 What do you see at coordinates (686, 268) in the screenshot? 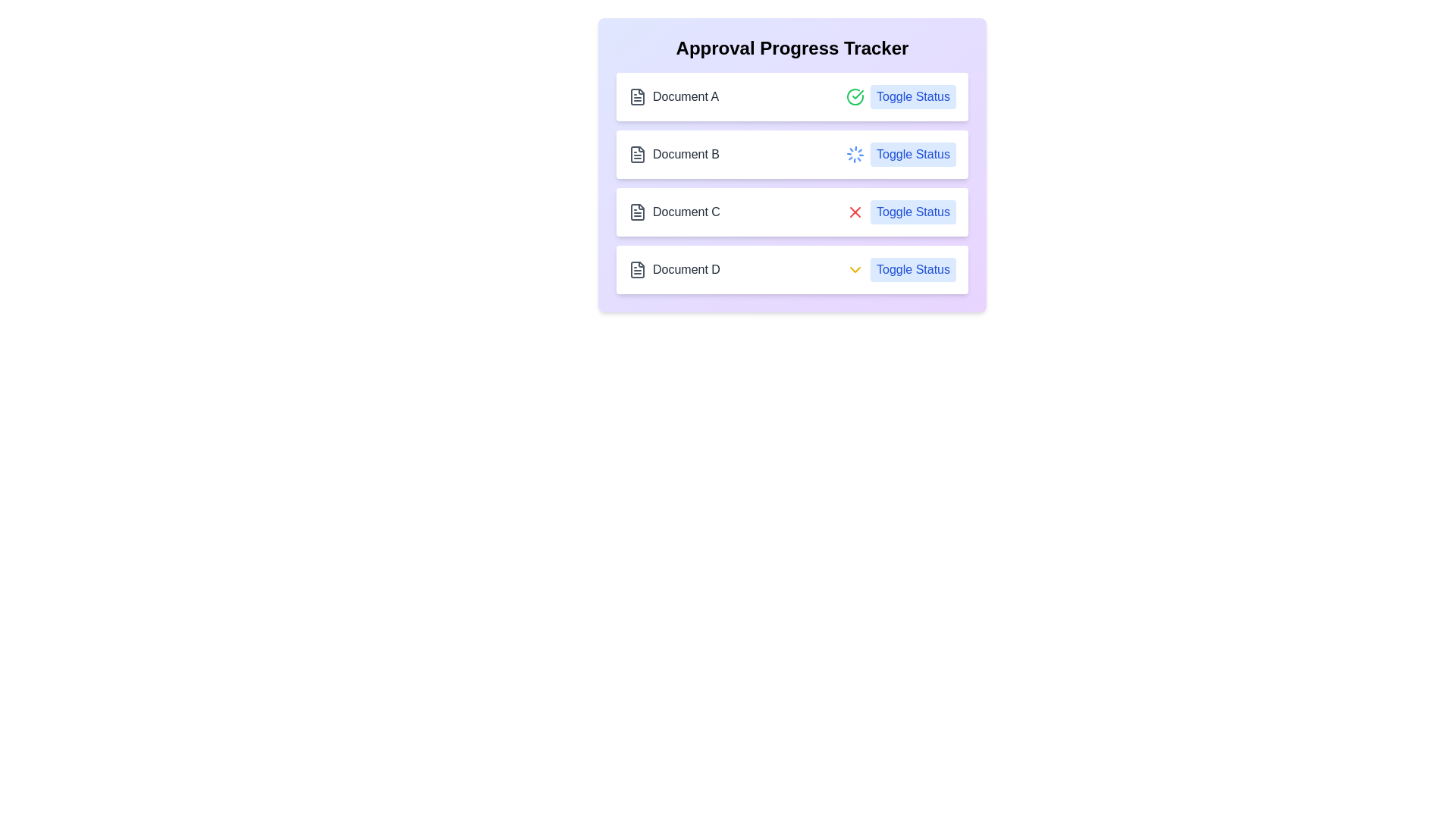
I see `the textual element reading 'Document D' within the 'Approval Progress Tracker' list, which is styled with medium font weight and gray color` at bounding box center [686, 268].